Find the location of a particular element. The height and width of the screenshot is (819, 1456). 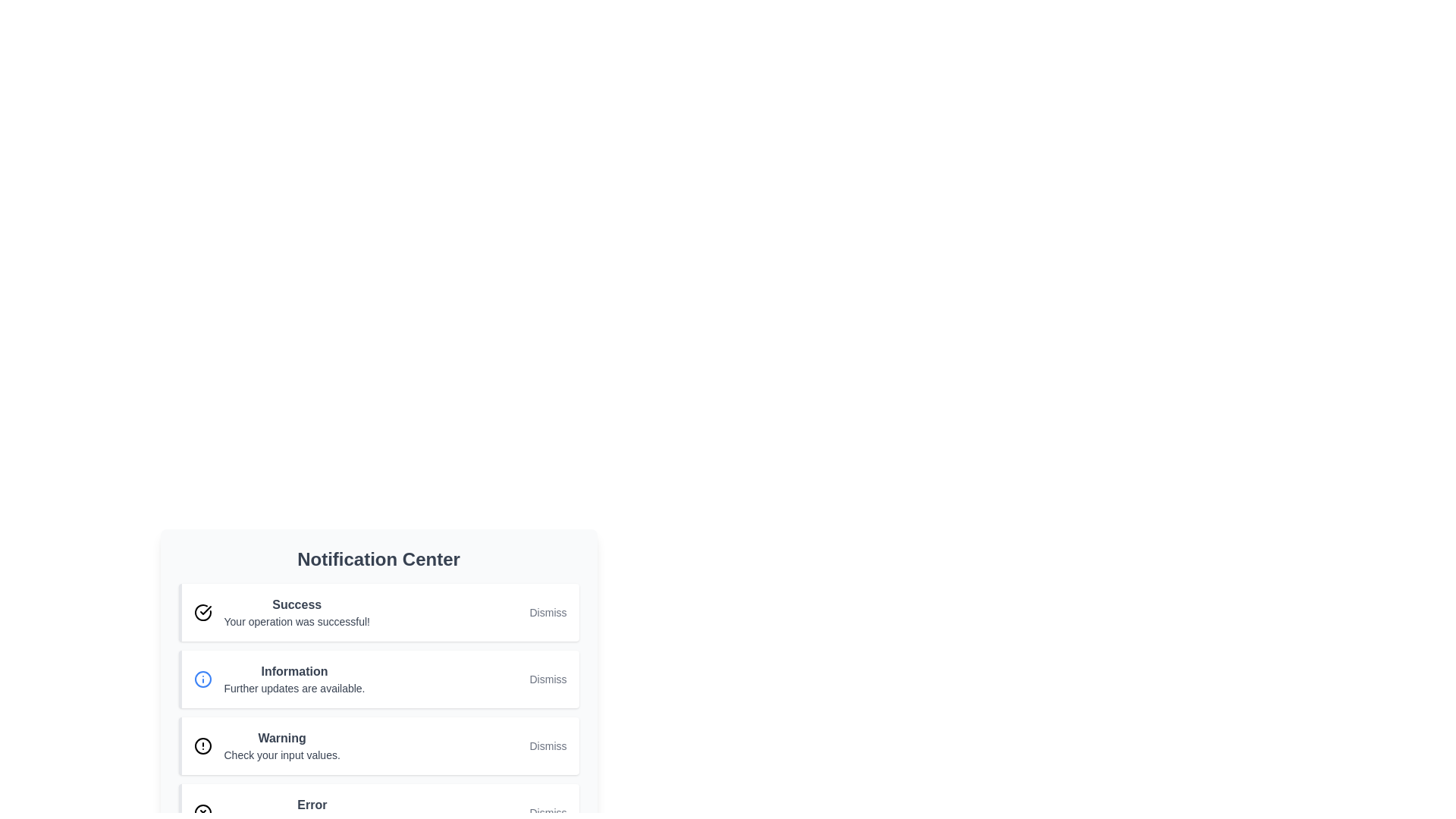

the Label that provides detailed information about the success status, located immediately below the 'Success' label in the first notification card of the notification center is located at coordinates (297, 622).